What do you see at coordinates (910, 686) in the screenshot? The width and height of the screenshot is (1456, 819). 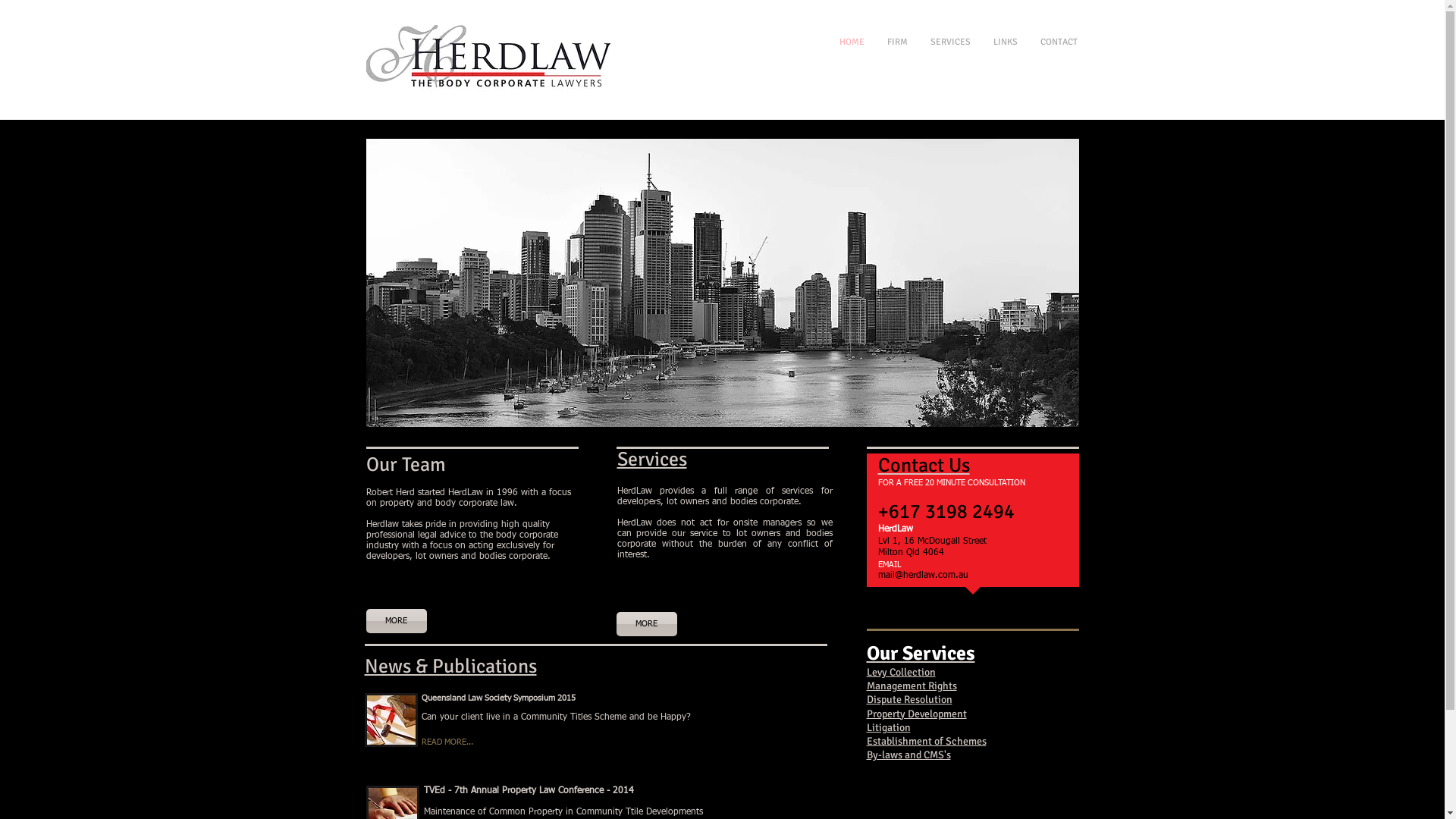 I see `'Management Rights'` at bounding box center [910, 686].